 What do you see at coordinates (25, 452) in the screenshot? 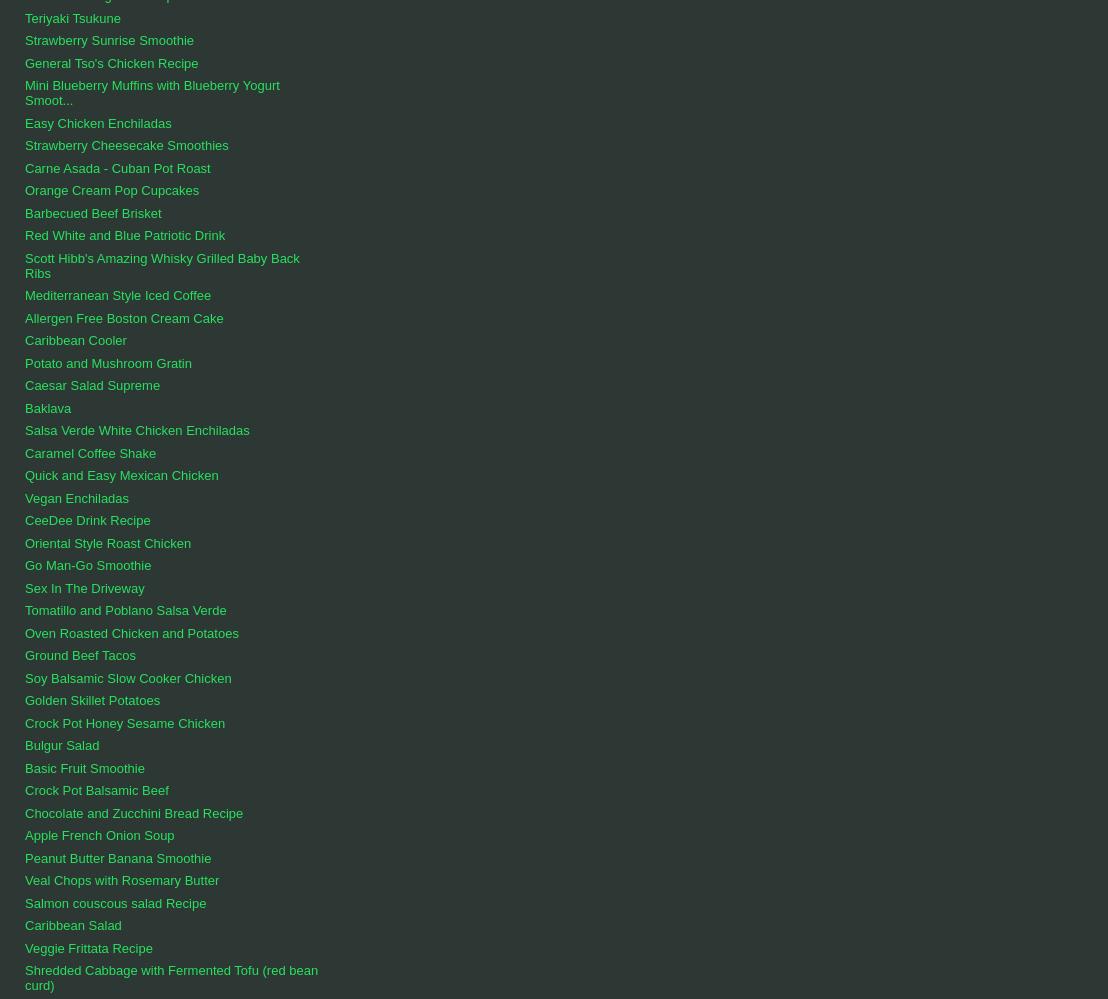
I see `'Caramel Coffee Shake'` at bounding box center [25, 452].